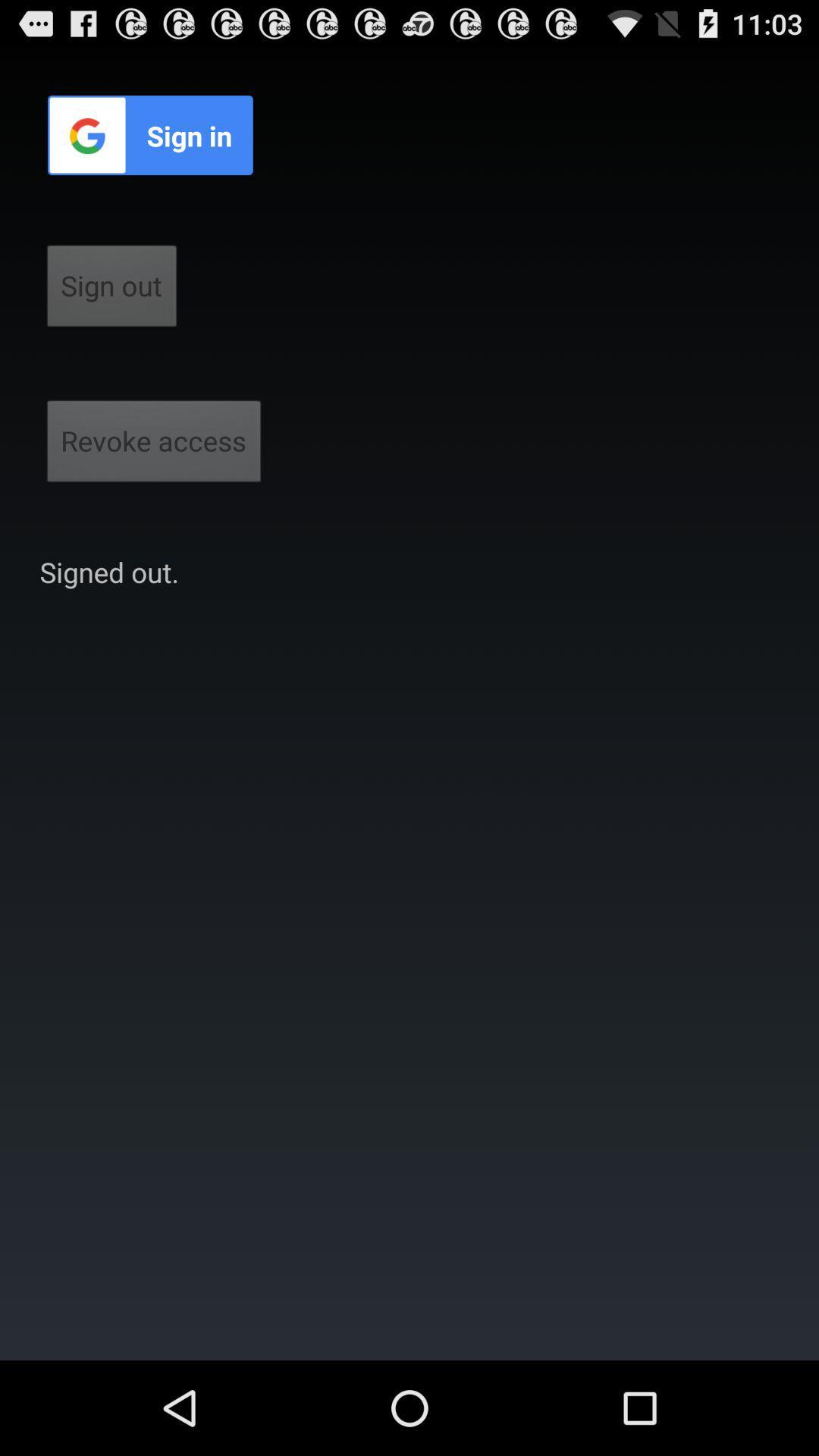 This screenshot has width=819, height=1456. What do you see at coordinates (111, 290) in the screenshot?
I see `the icon above the revoke access item` at bounding box center [111, 290].